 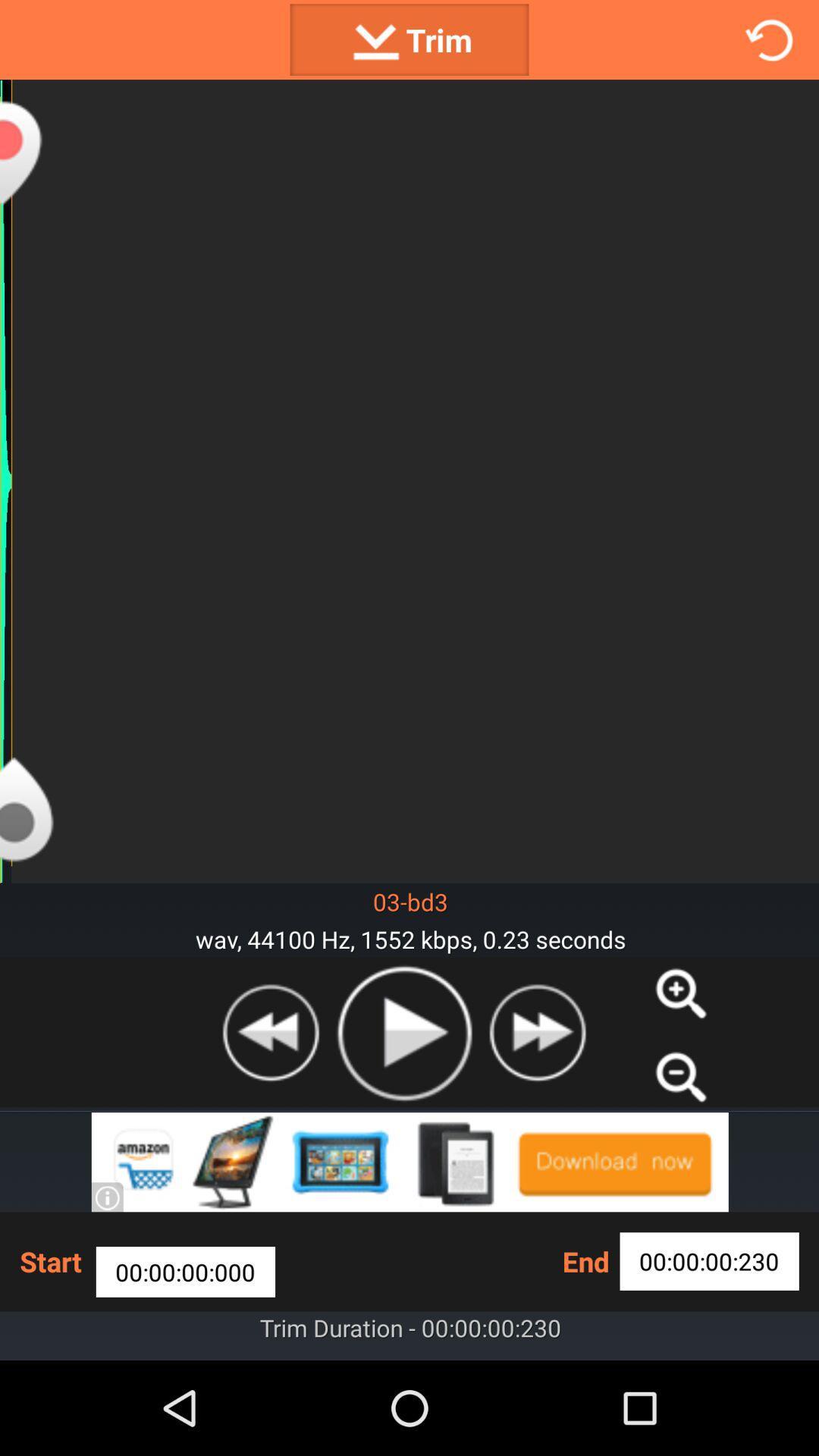 I want to click on the av_forward icon, so click(x=536, y=1104).